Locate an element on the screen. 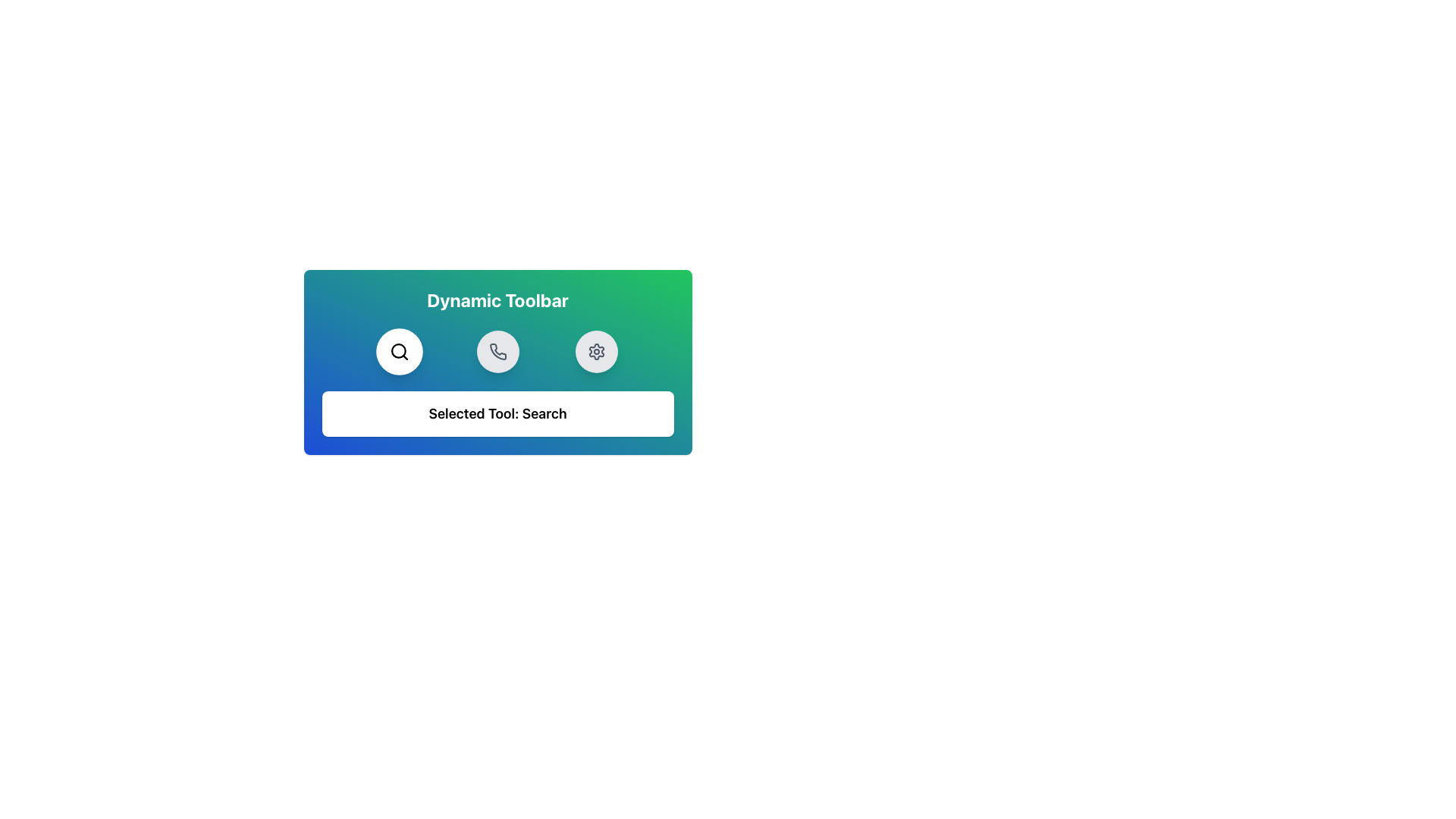 The image size is (1456, 819). the Informational Label displaying 'Selected Tool: Search', which is a rectangular section with a white background and rounded corners, positioned at the bottom center of the Dynamic Toolbar is located at coordinates (497, 414).